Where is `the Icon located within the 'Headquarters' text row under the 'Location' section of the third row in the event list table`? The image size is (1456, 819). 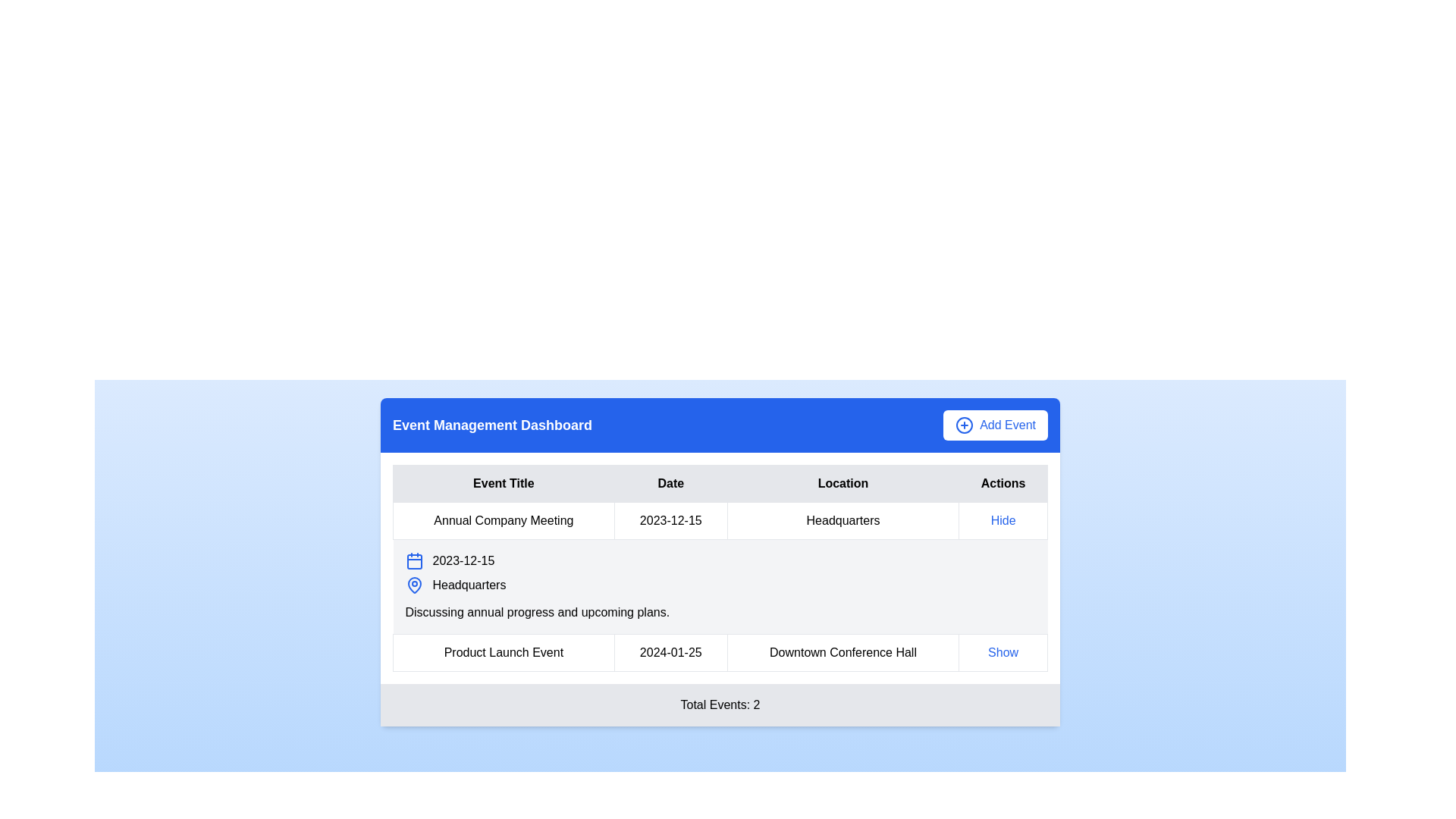
the Icon located within the 'Headquarters' text row under the 'Location' section of the third row in the event list table is located at coordinates (414, 584).